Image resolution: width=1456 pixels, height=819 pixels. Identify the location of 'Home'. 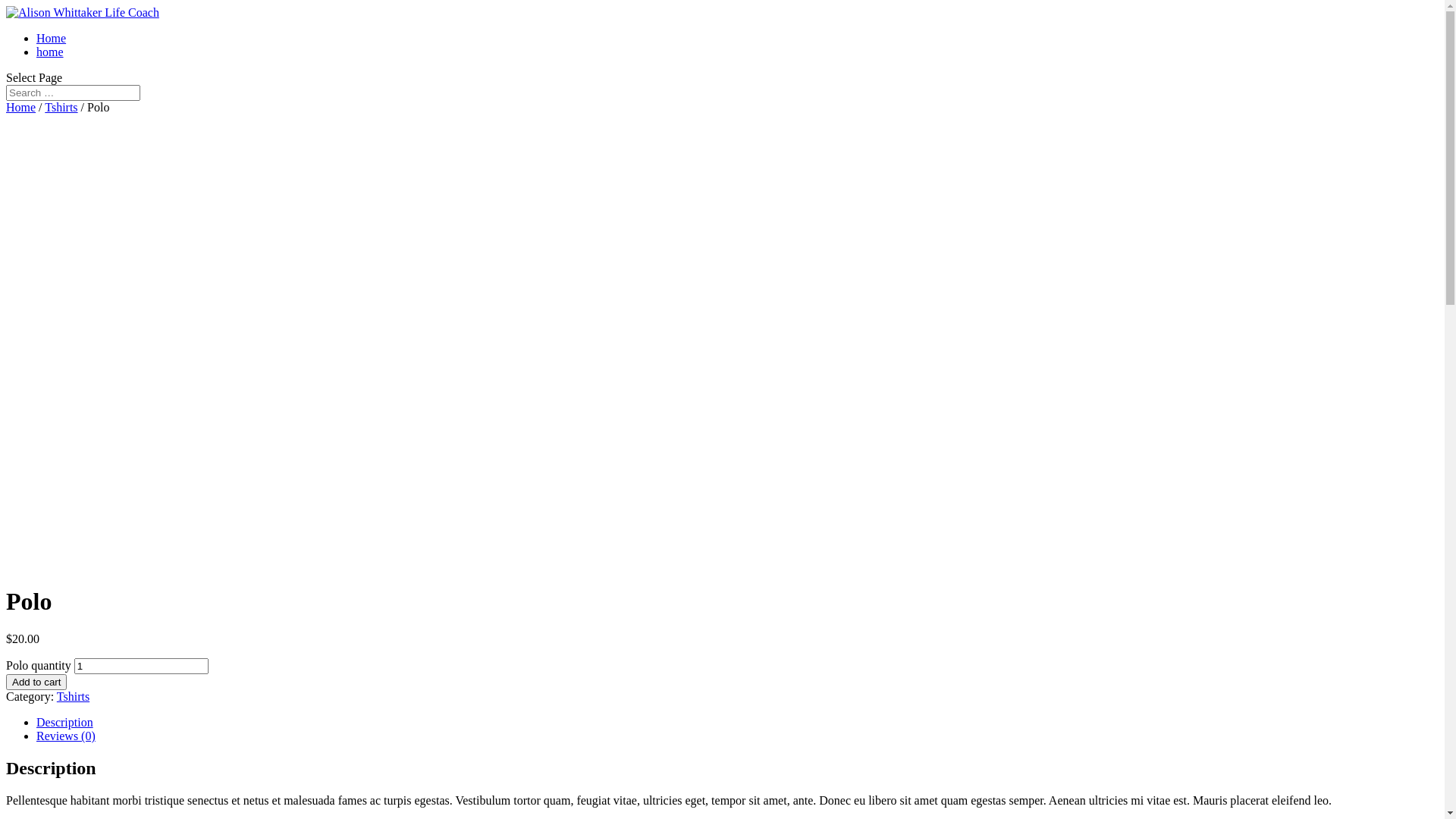
(51, 37).